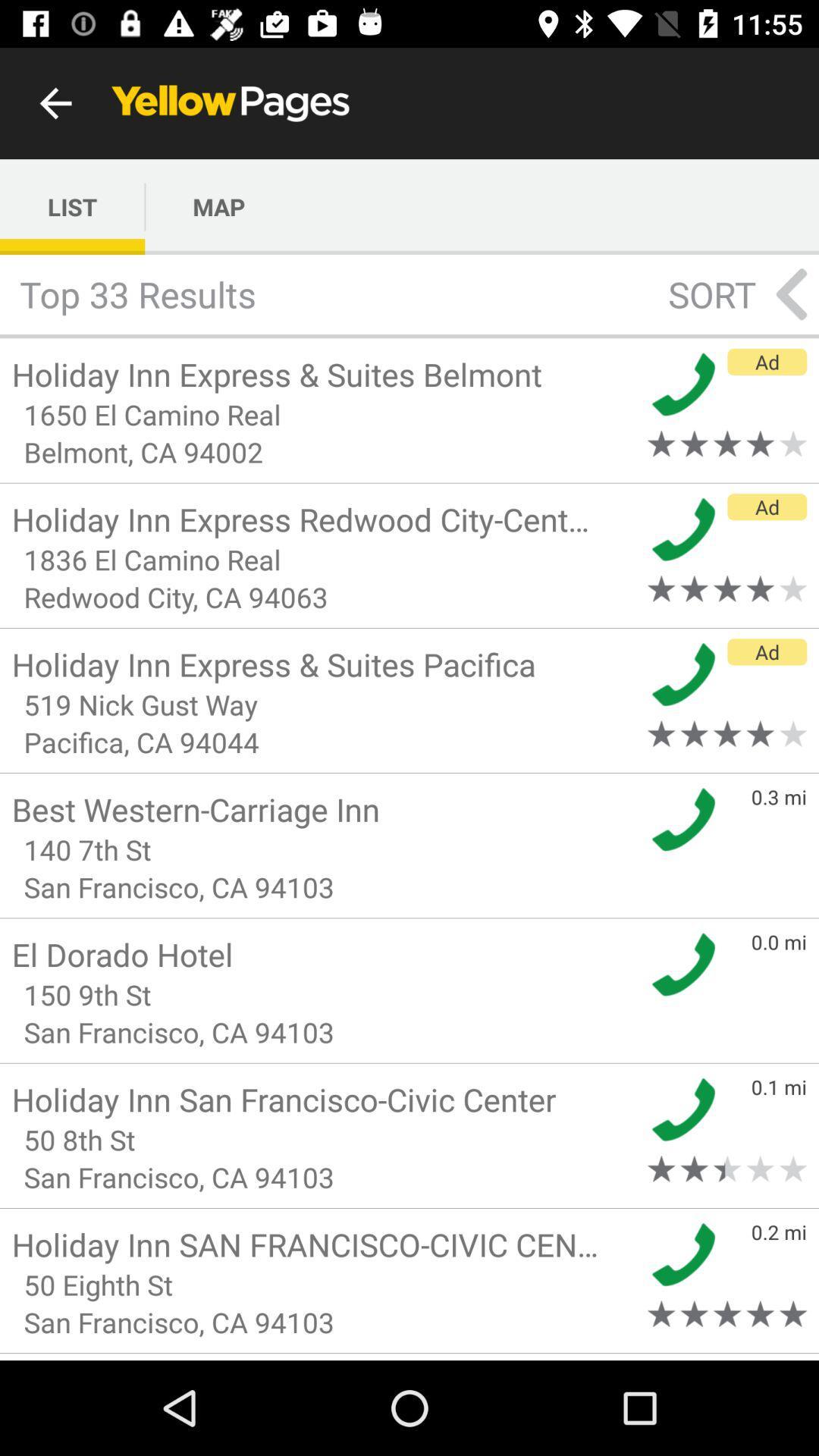 Image resolution: width=819 pixels, height=1456 pixels. What do you see at coordinates (218, 206) in the screenshot?
I see `icon next to list` at bounding box center [218, 206].